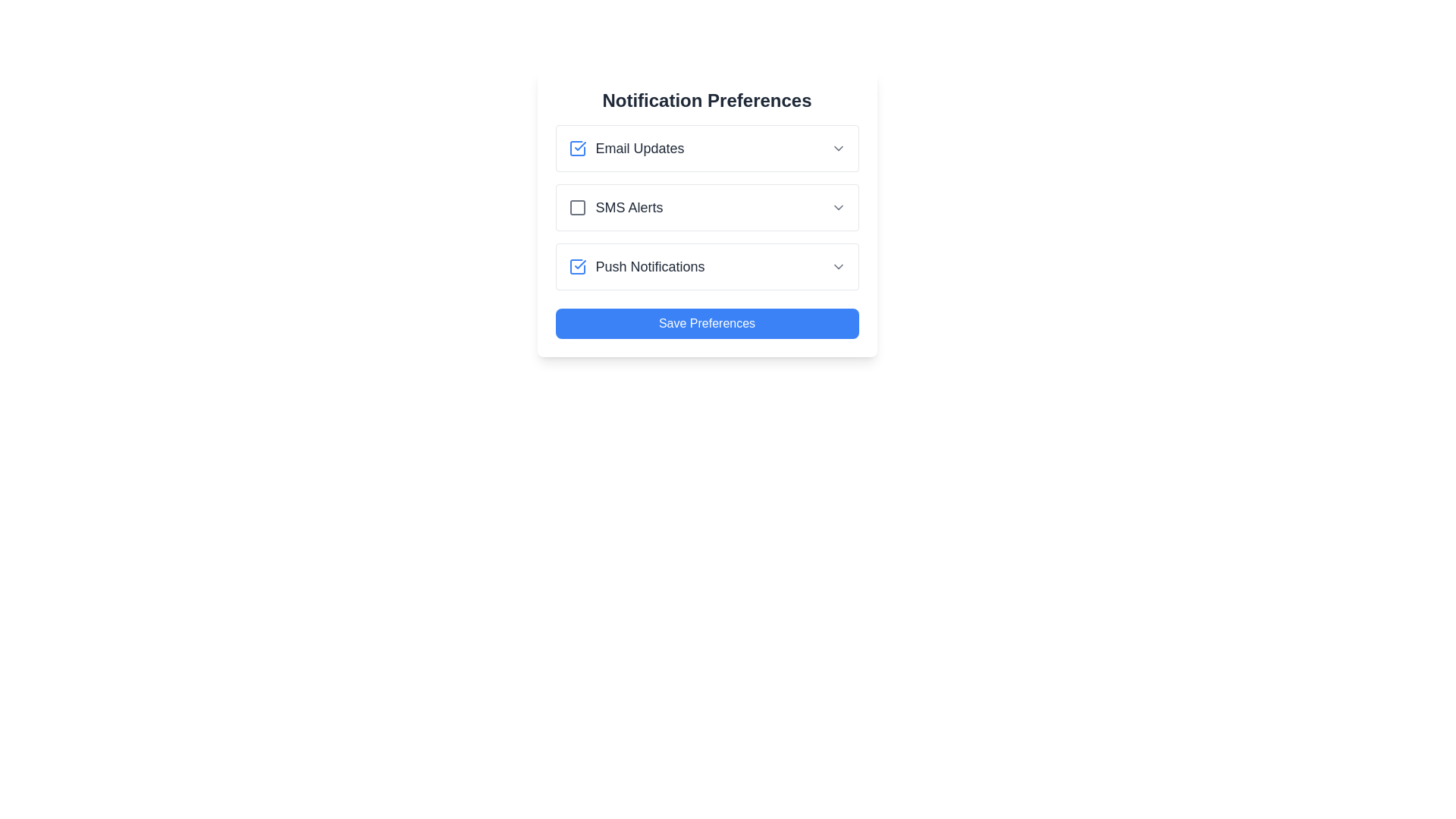  What do you see at coordinates (706, 149) in the screenshot?
I see `the dropdown` at bounding box center [706, 149].